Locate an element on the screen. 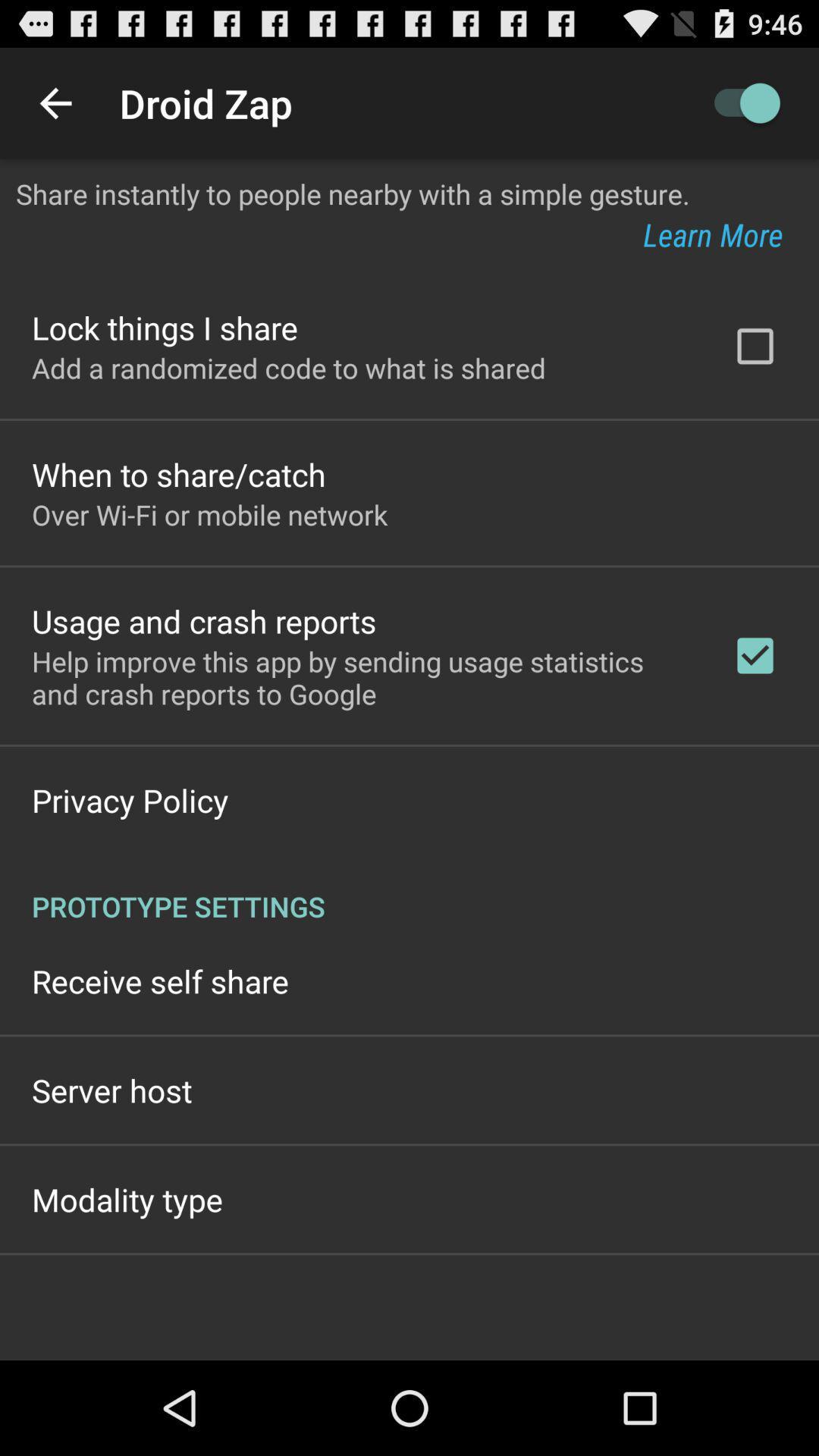 This screenshot has width=819, height=1456. the icon next to the droid zap is located at coordinates (55, 102).